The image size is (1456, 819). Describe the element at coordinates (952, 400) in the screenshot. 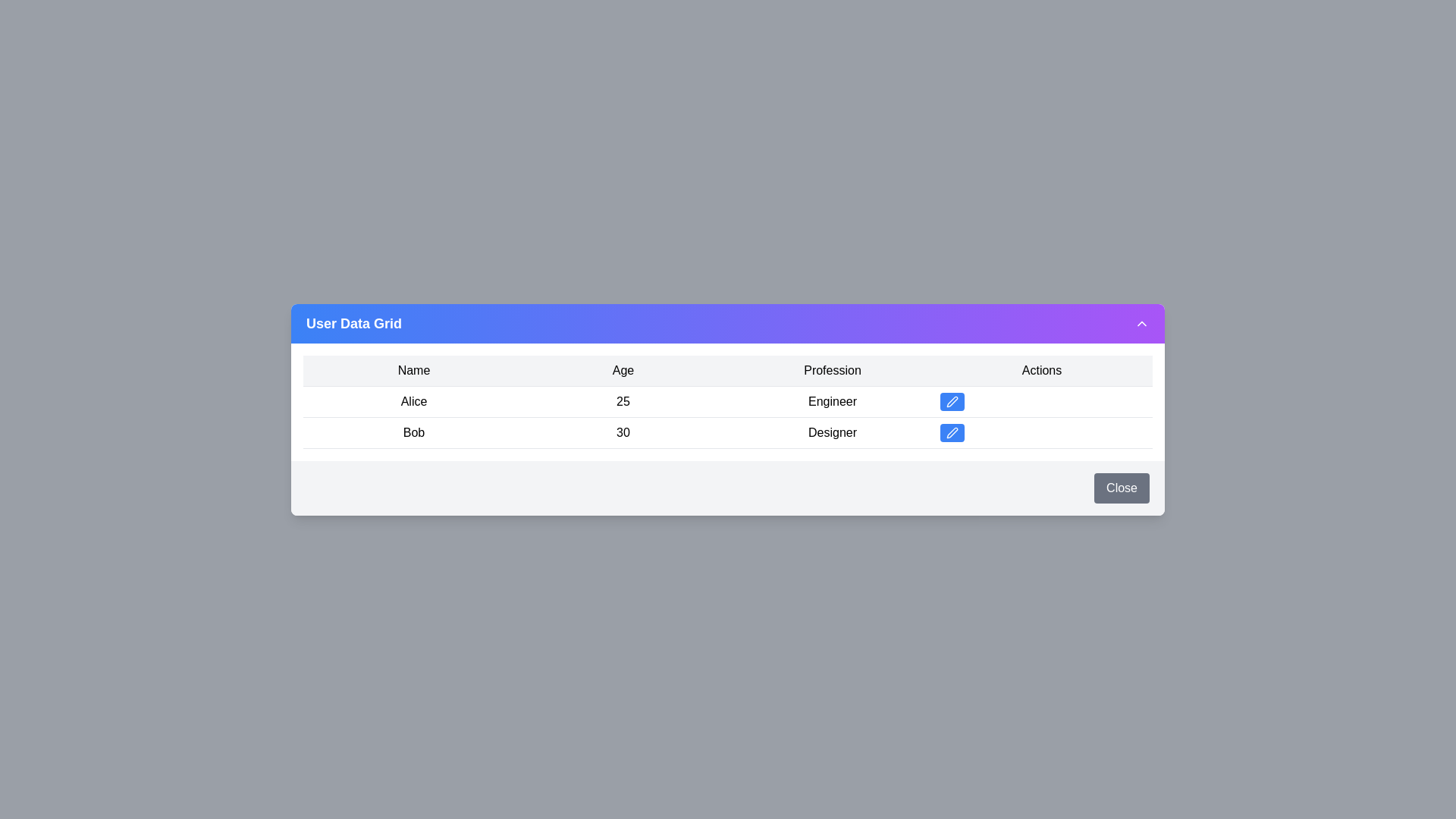

I see `the edit icon resembling a pen within the button in the 'Actions' column of the table, aligned with the 'Engineer' profession in the row labeled 'Alice' to initiate editing` at that location.